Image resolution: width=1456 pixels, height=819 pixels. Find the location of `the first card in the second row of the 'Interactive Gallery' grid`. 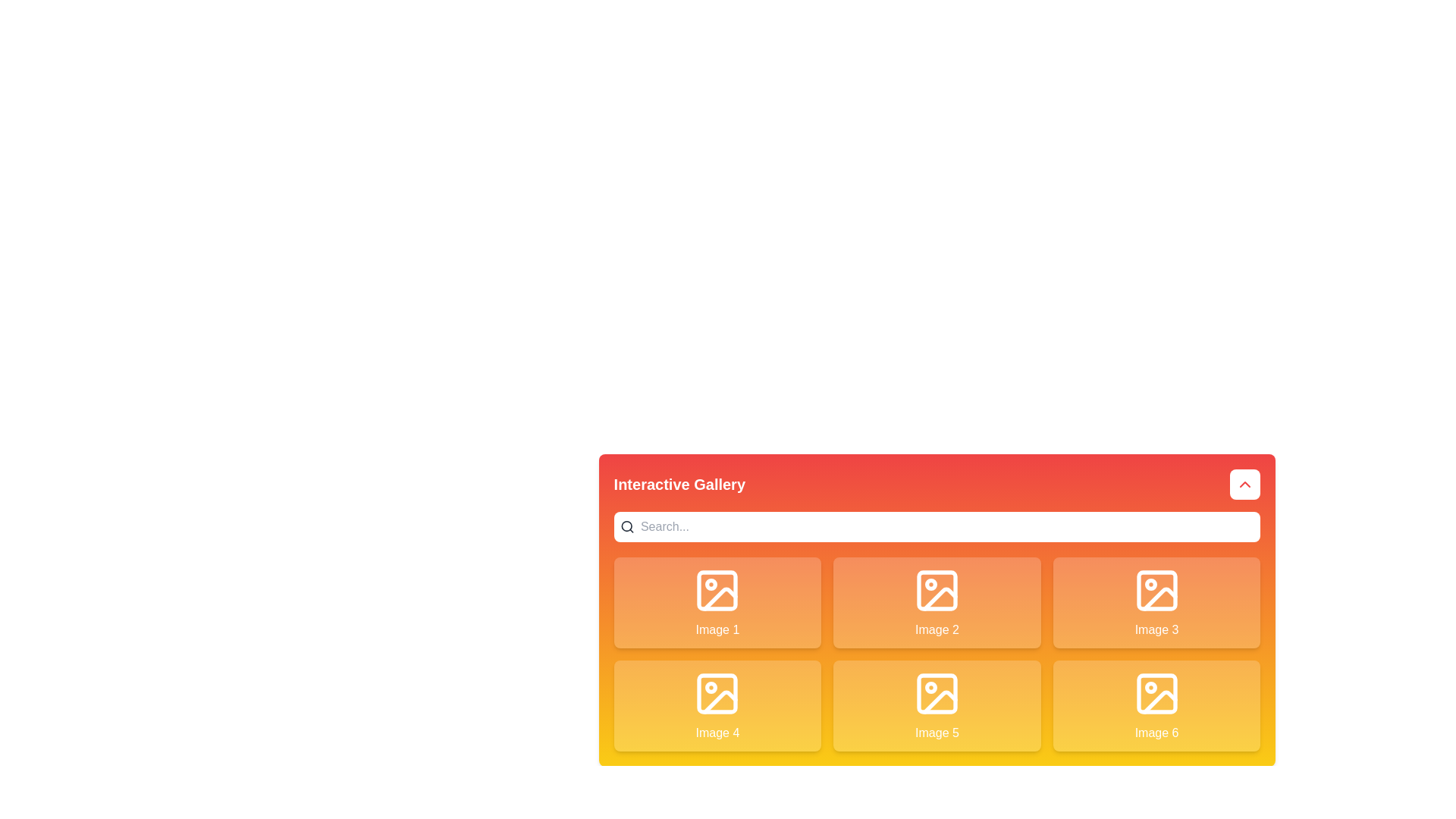

the first card in the second row of the 'Interactive Gallery' grid is located at coordinates (717, 705).